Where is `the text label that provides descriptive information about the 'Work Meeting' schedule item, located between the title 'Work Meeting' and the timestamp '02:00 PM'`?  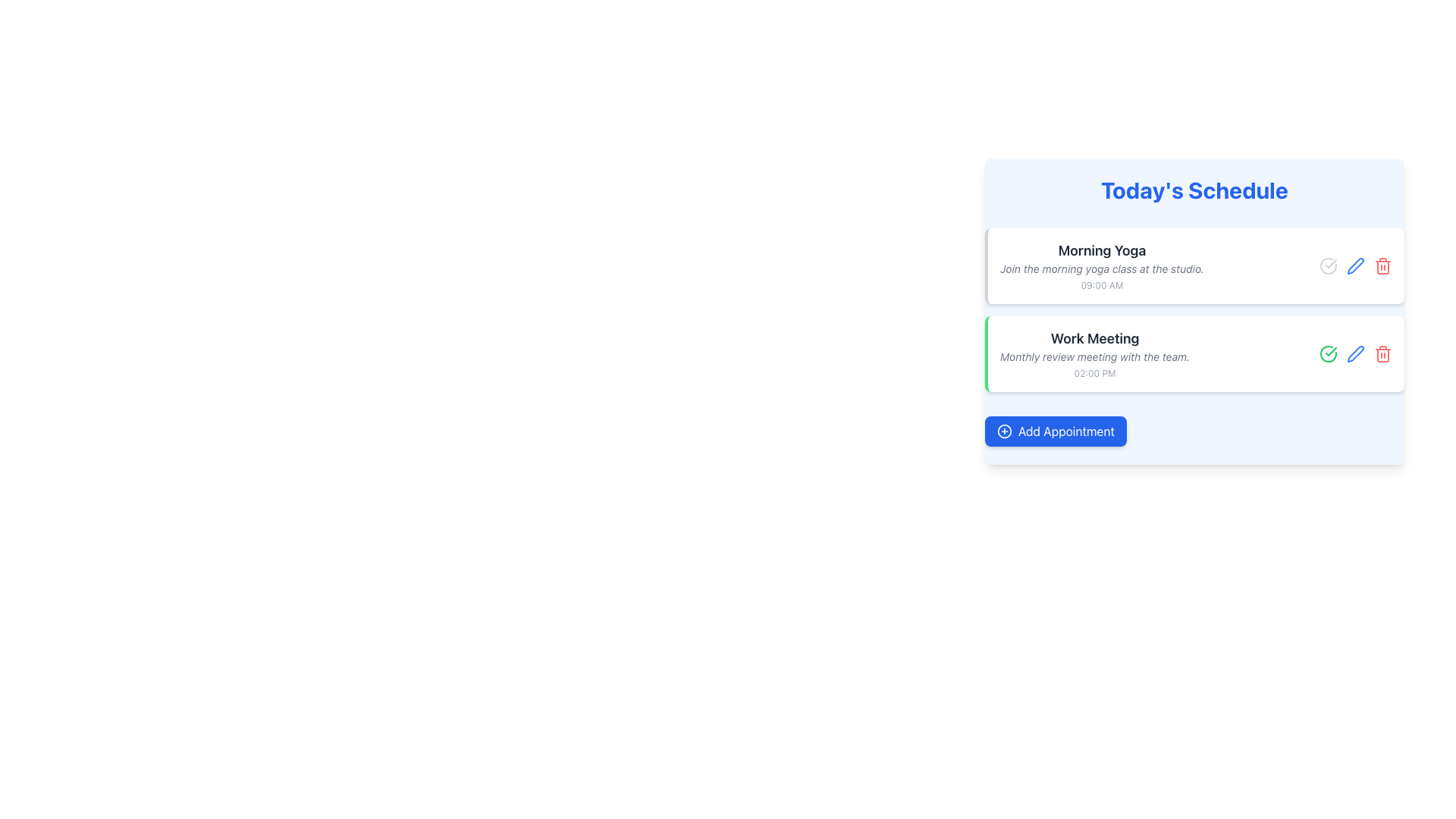 the text label that provides descriptive information about the 'Work Meeting' schedule item, located between the title 'Work Meeting' and the timestamp '02:00 PM' is located at coordinates (1095, 356).